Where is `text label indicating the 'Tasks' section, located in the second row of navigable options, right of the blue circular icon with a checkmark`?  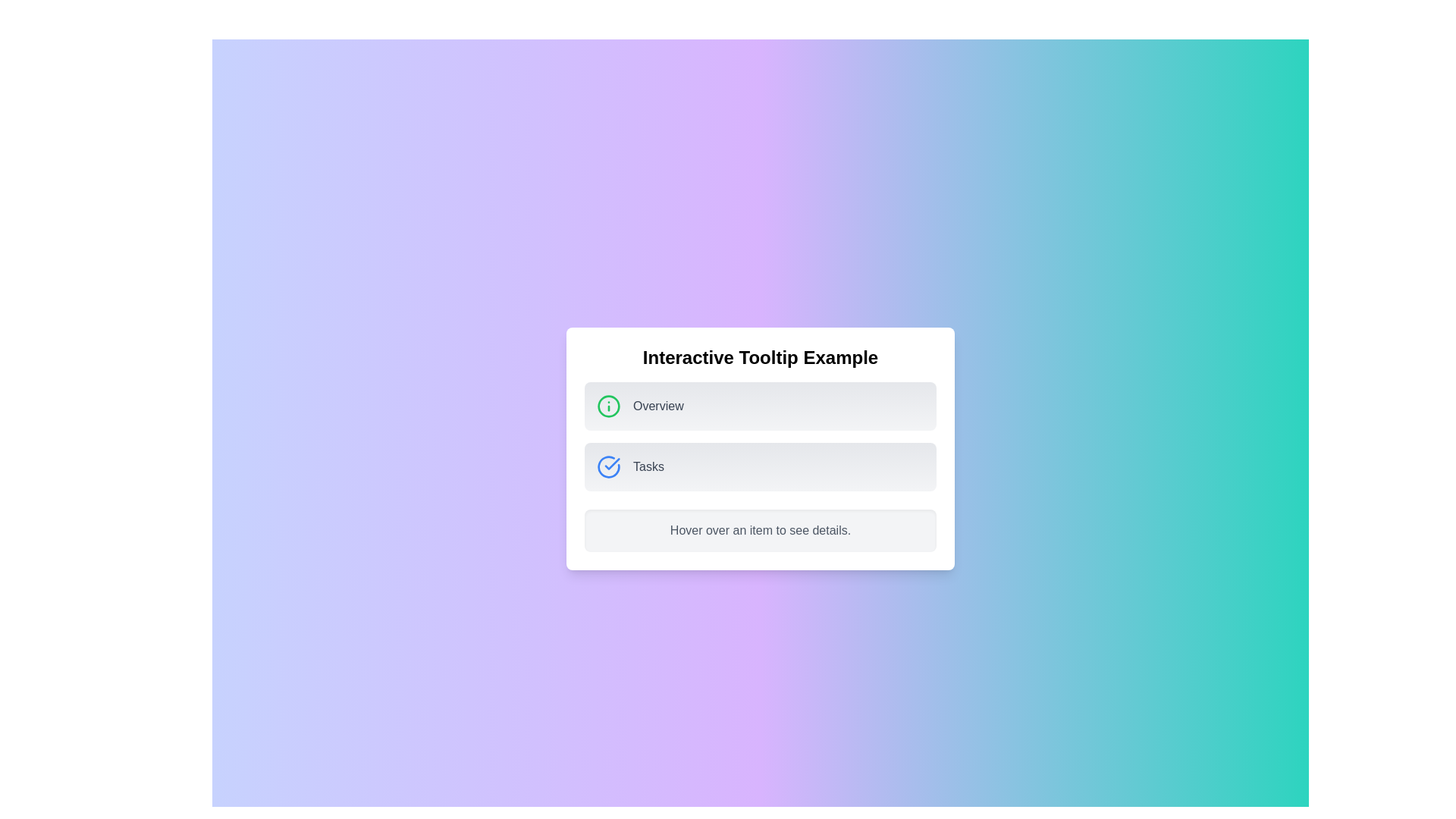
text label indicating the 'Tasks' section, located in the second row of navigable options, right of the blue circular icon with a checkmark is located at coordinates (648, 466).